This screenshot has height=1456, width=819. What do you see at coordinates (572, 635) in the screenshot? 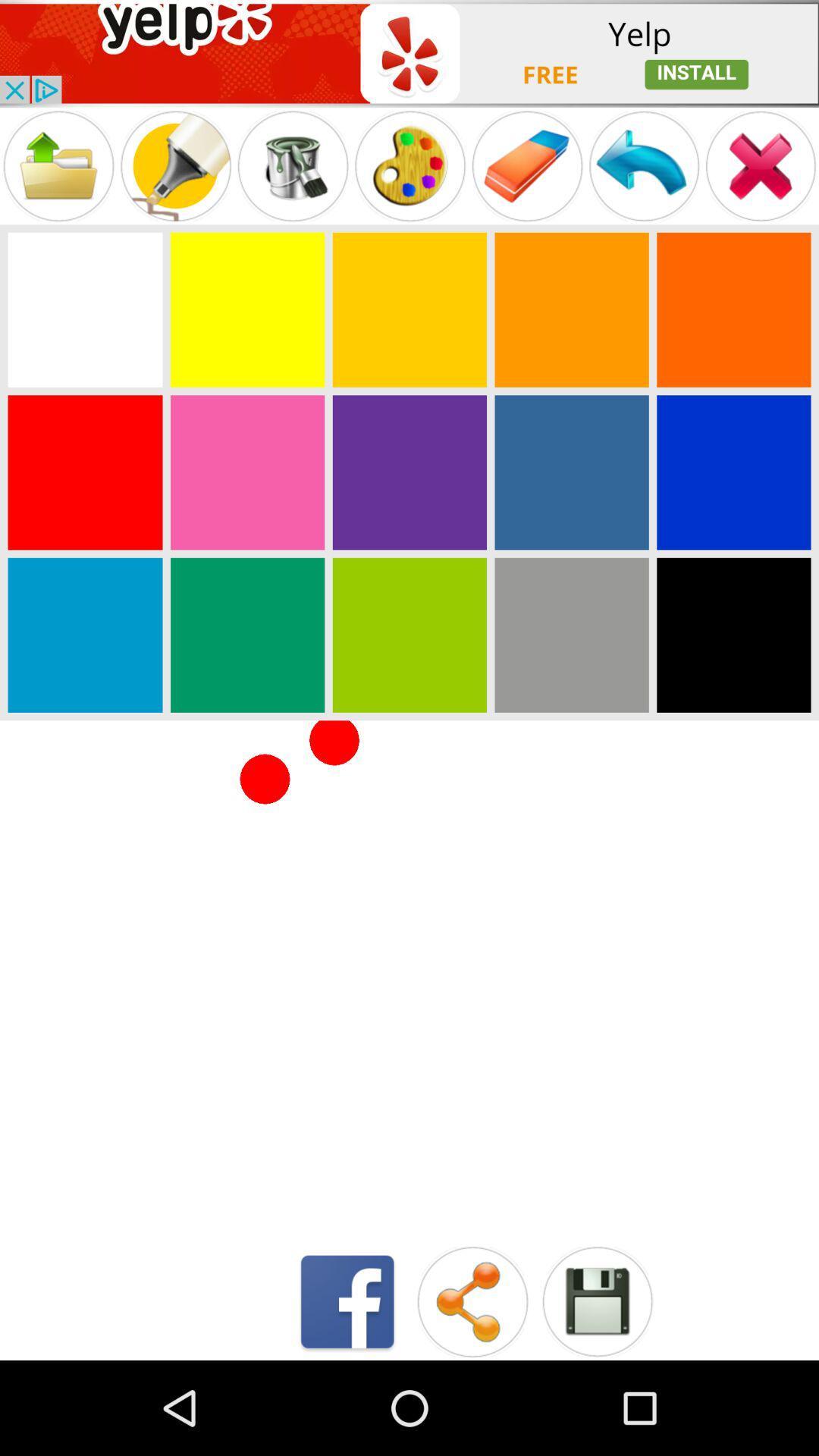
I see `picks color` at bounding box center [572, 635].